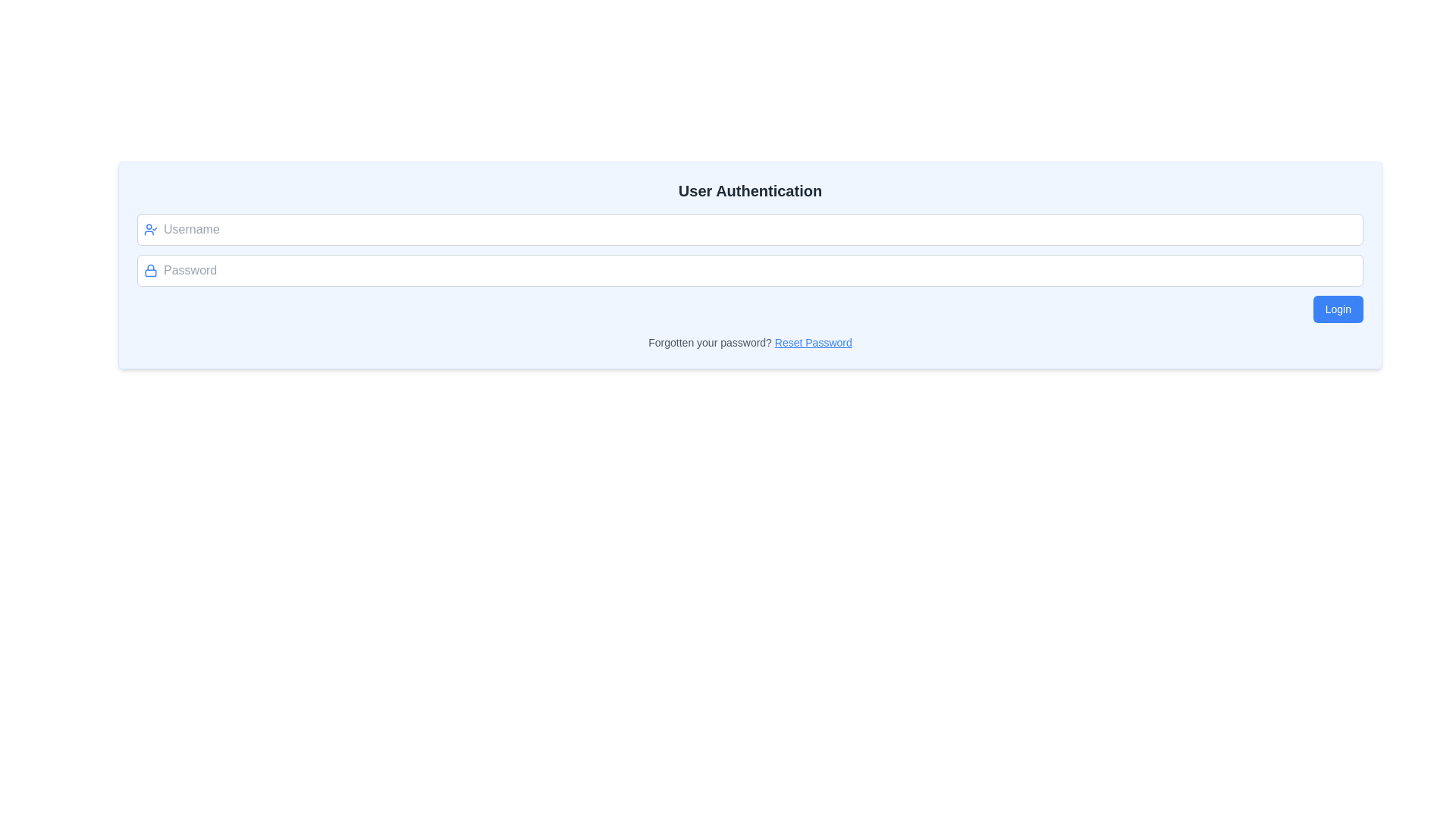  I want to click on the submit button located on the right side of the login form section, so click(1338, 309).